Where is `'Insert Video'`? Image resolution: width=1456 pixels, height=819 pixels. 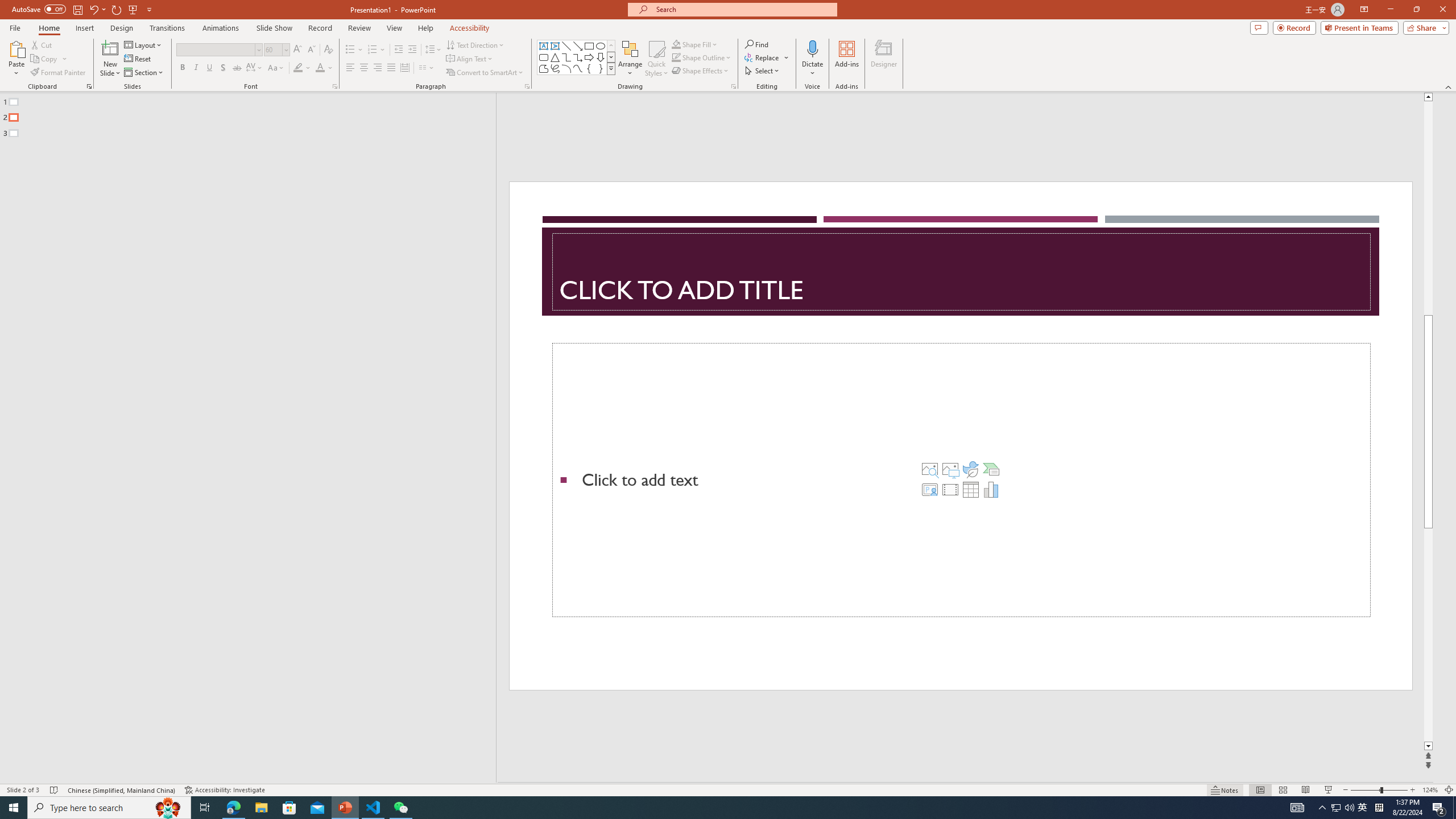
'Insert Video' is located at coordinates (950, 490).